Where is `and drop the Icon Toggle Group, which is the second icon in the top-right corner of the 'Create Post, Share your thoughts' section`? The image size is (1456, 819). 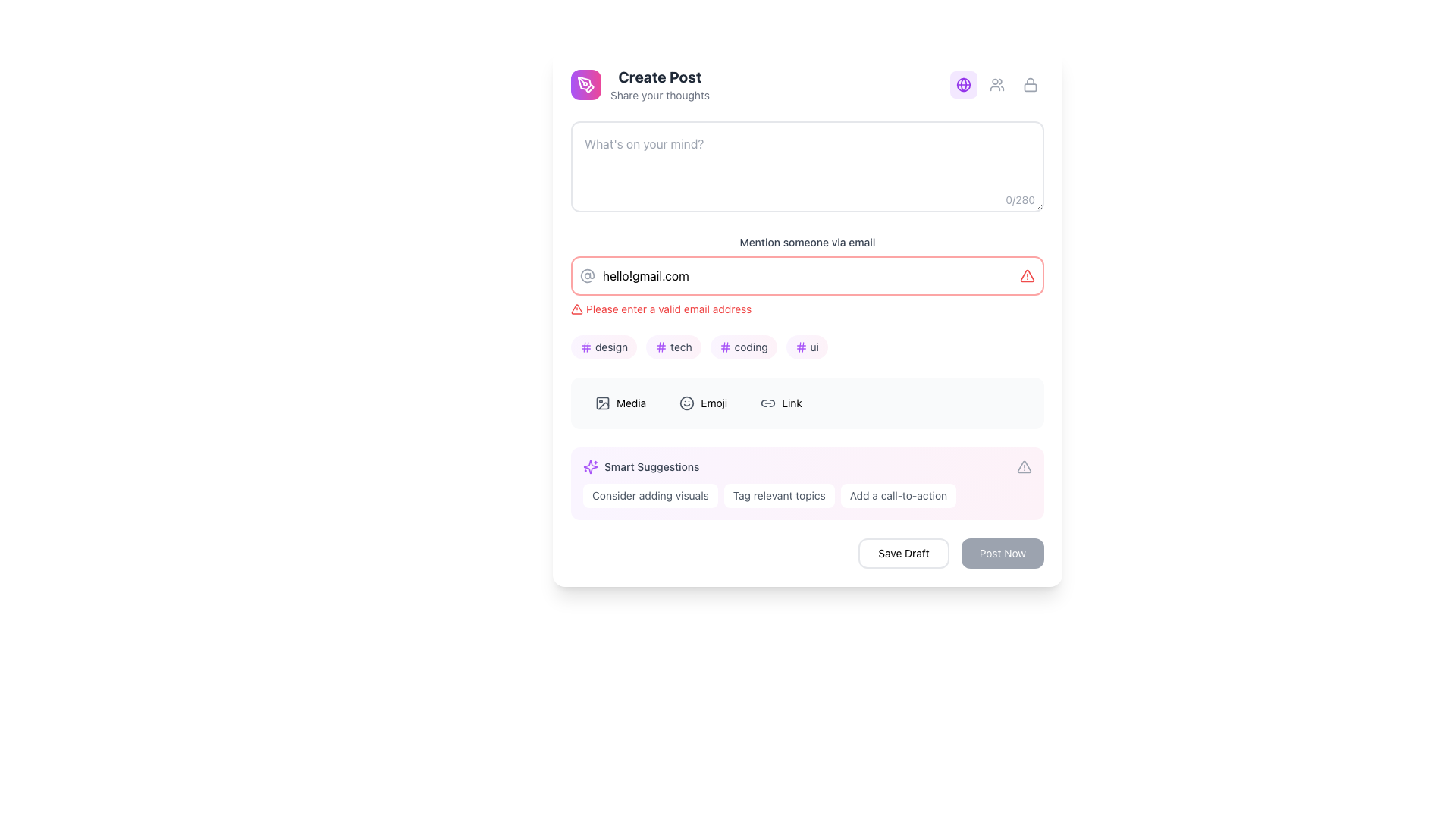
and drop the Icon Toggle Group, which is the second icon in the top-right corner of the 'Create Post, Share your thoughts' section is located at coordinates (997, 84).